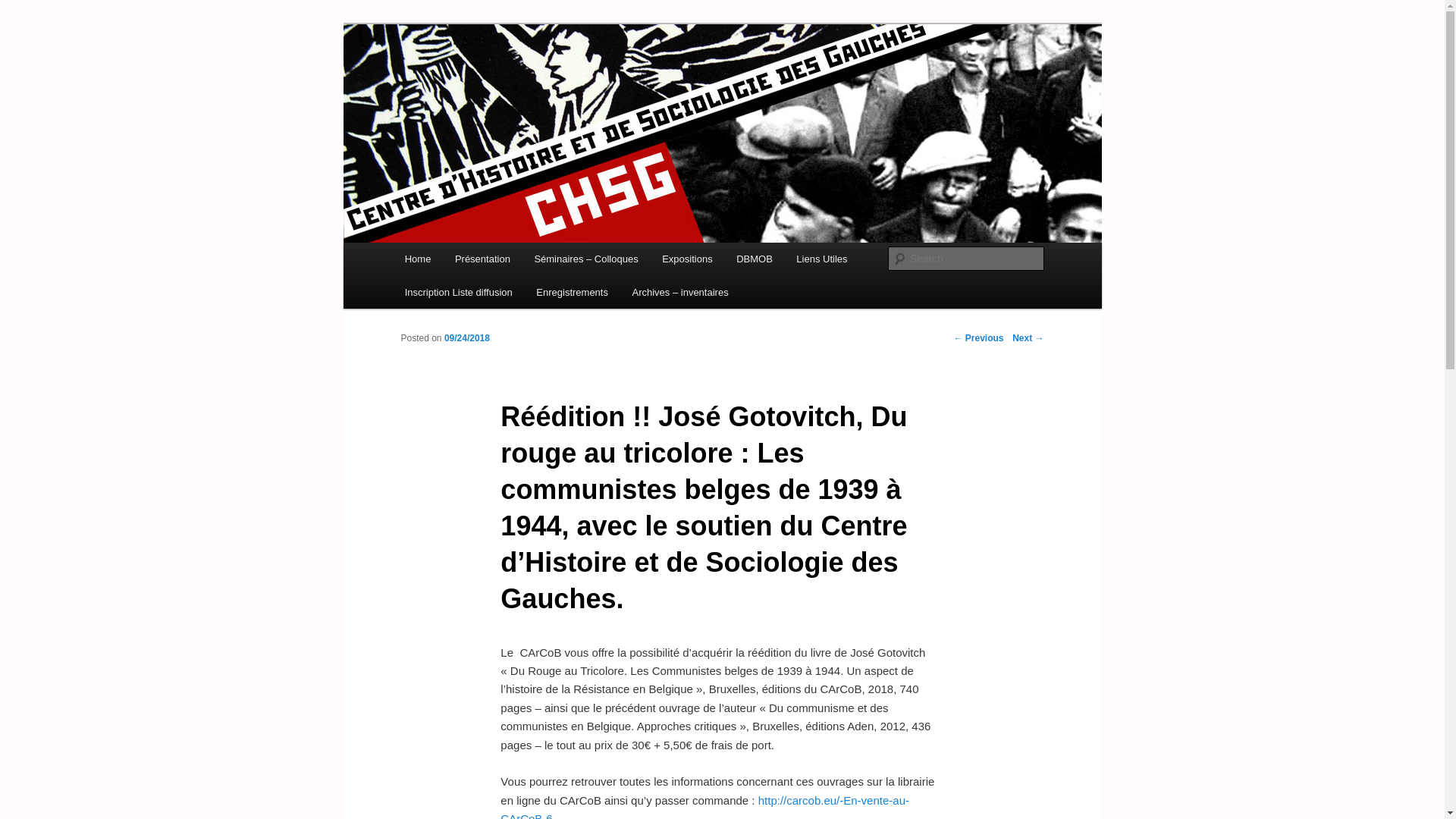  What do you see at coordinates (457, 292) in the screenshot?
I see `'Inscription Liste diffusion'` at bounding box center [457, 292].